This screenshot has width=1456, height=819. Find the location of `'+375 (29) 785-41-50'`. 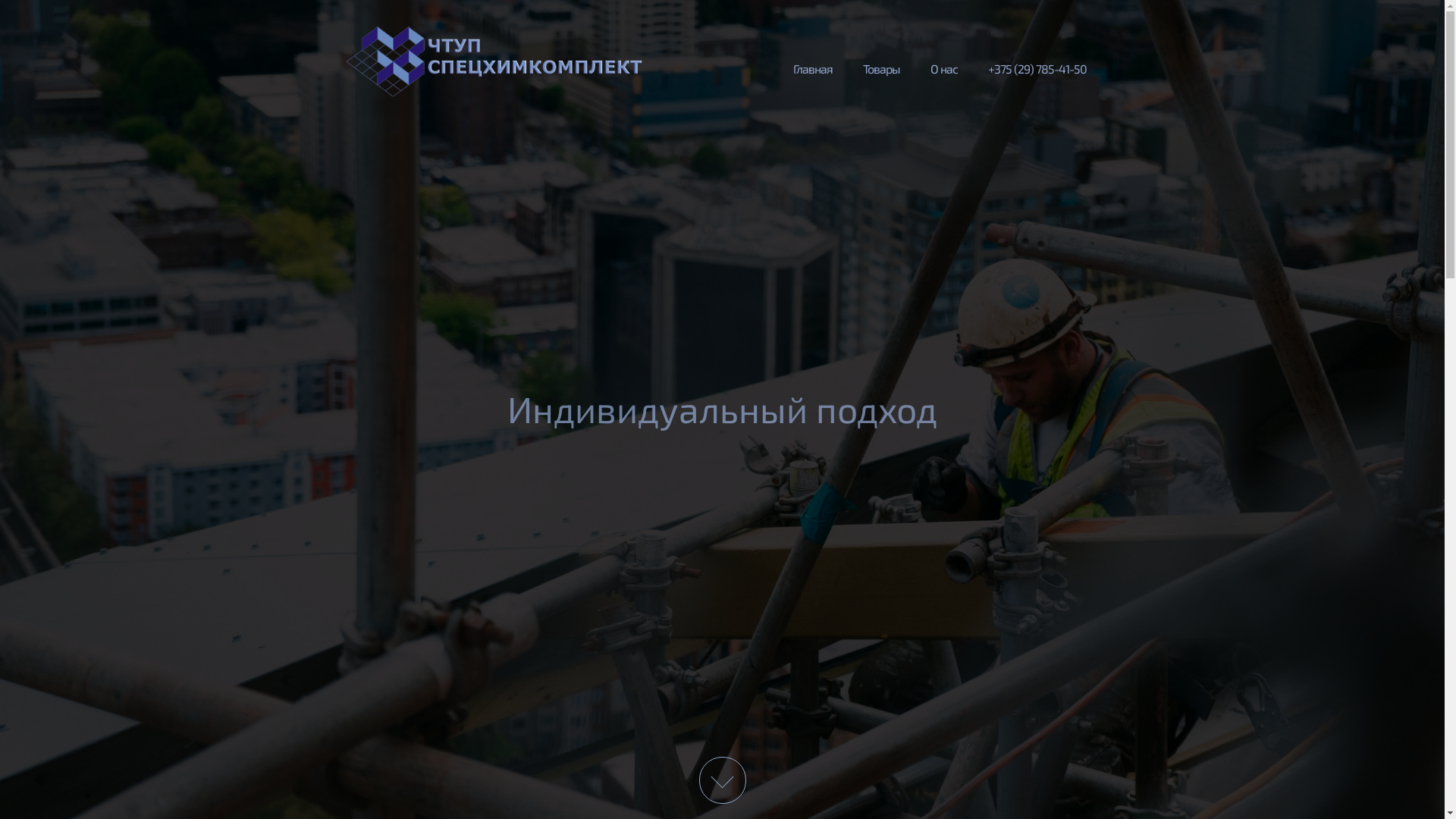

'+375 (29) 785-41-50' is located at coordinates (971, 66).